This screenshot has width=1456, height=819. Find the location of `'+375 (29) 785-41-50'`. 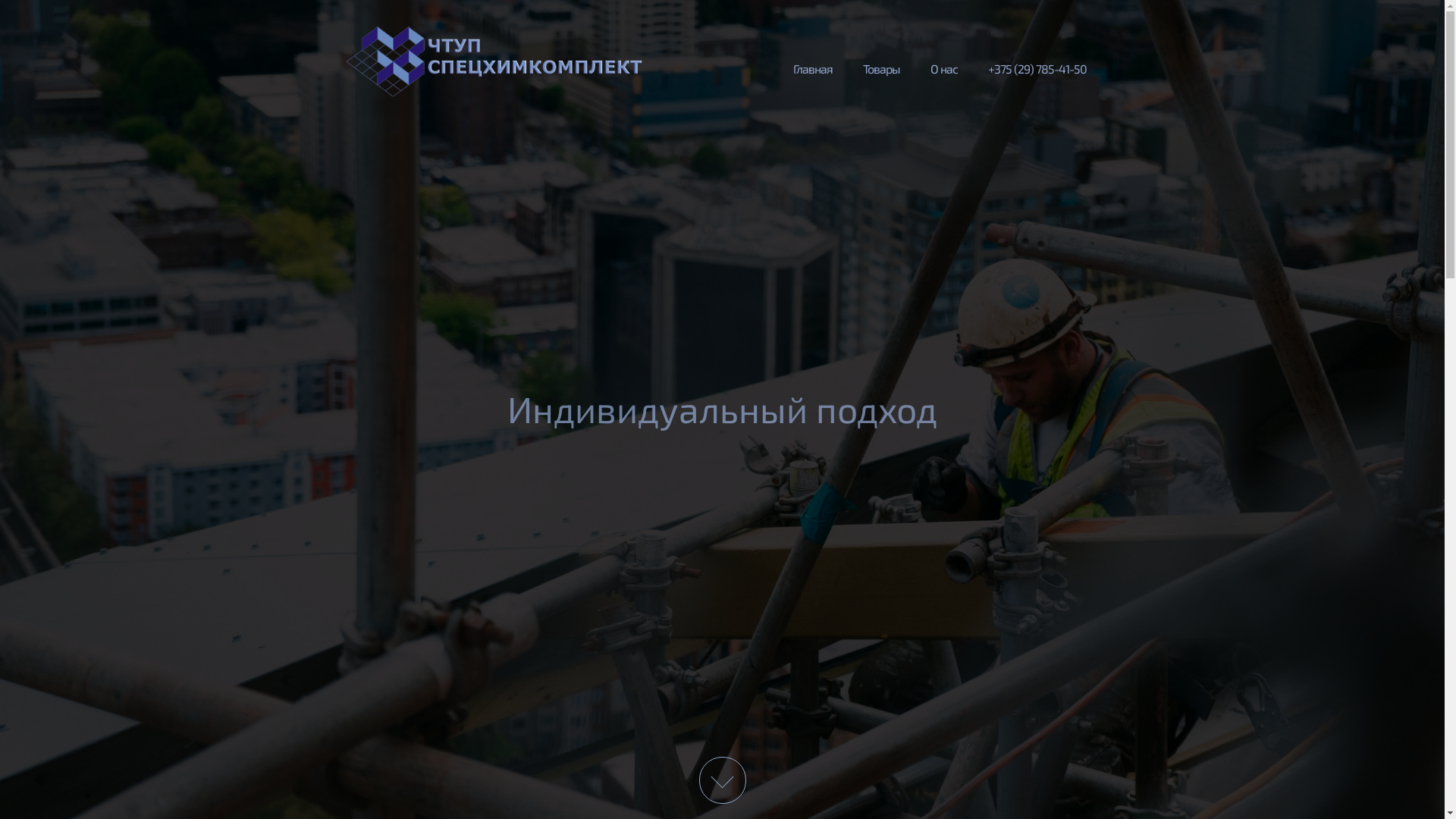

'+375 (29) 785-41-50' is located at coordinates (971, 66).